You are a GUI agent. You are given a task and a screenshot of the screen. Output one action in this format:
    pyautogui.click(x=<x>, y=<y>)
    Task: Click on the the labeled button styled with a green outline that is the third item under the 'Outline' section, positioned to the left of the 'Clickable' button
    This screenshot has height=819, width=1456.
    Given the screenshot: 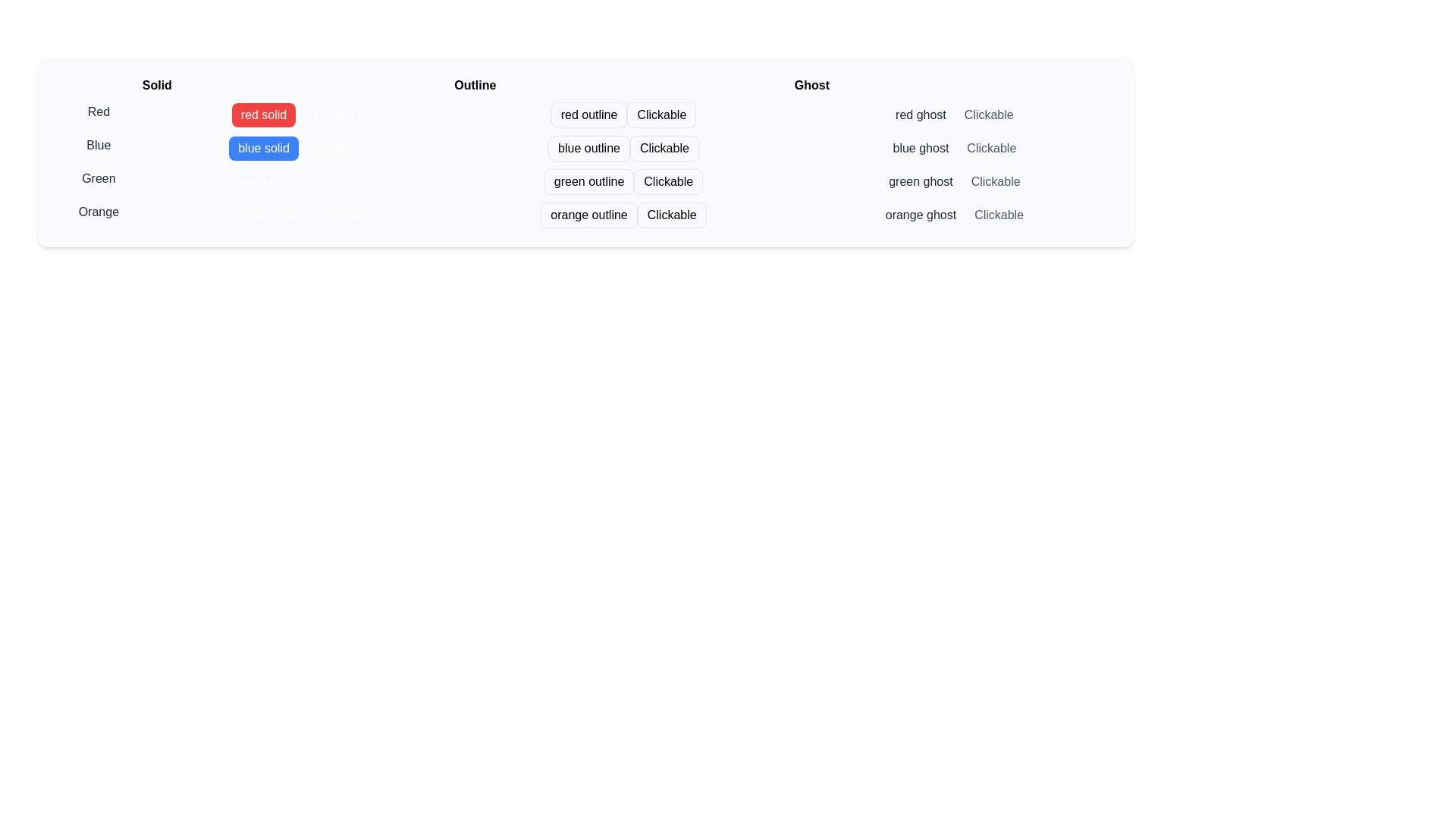 What is the action you would take?
    pyautogui.click(x=588, y=180)
    